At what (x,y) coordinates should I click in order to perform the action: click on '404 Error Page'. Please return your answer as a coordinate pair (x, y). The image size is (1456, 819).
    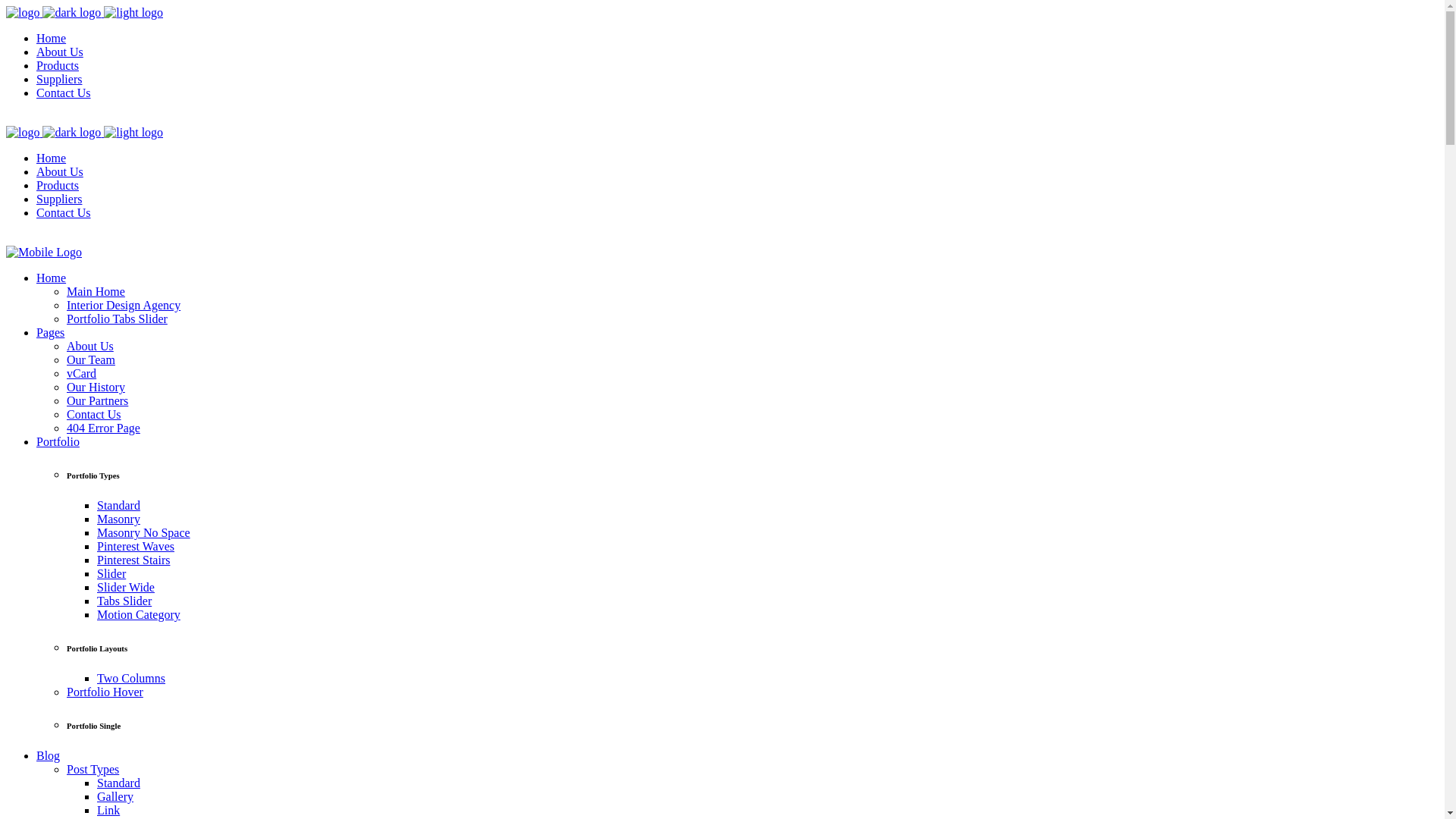
    Looking at the image, I should click on (102, 428).